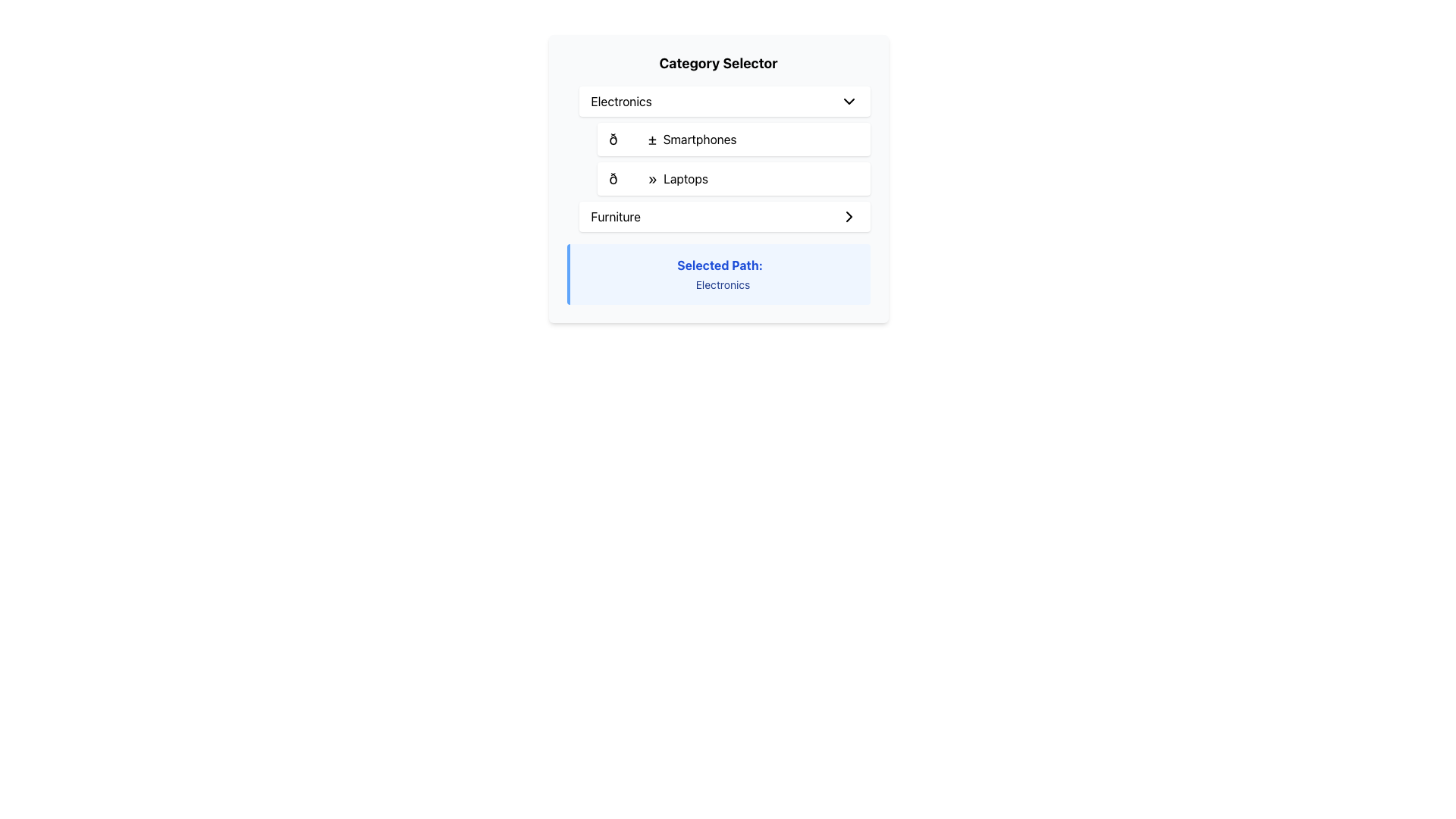 The height and width of the screenshot is (819, 1456). What do you see at coordinates (616, 216) in the screenshot?
I see `the clickable label for the 'Furniture' category located in the middle section of the list, to the left of the navigation arrow icon` at bounding box center [616, 216].